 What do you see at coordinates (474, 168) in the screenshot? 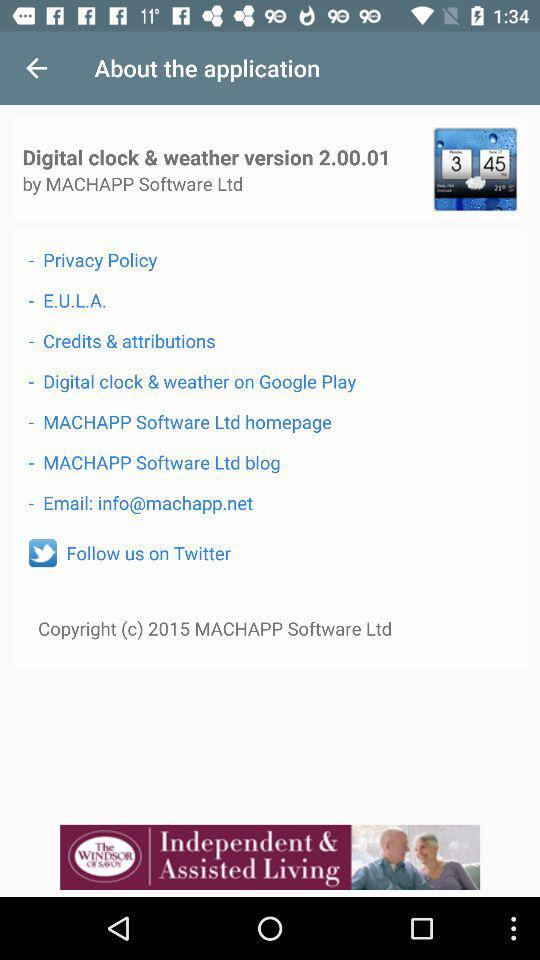
I see `see clock` at bounding box center [474, 168].